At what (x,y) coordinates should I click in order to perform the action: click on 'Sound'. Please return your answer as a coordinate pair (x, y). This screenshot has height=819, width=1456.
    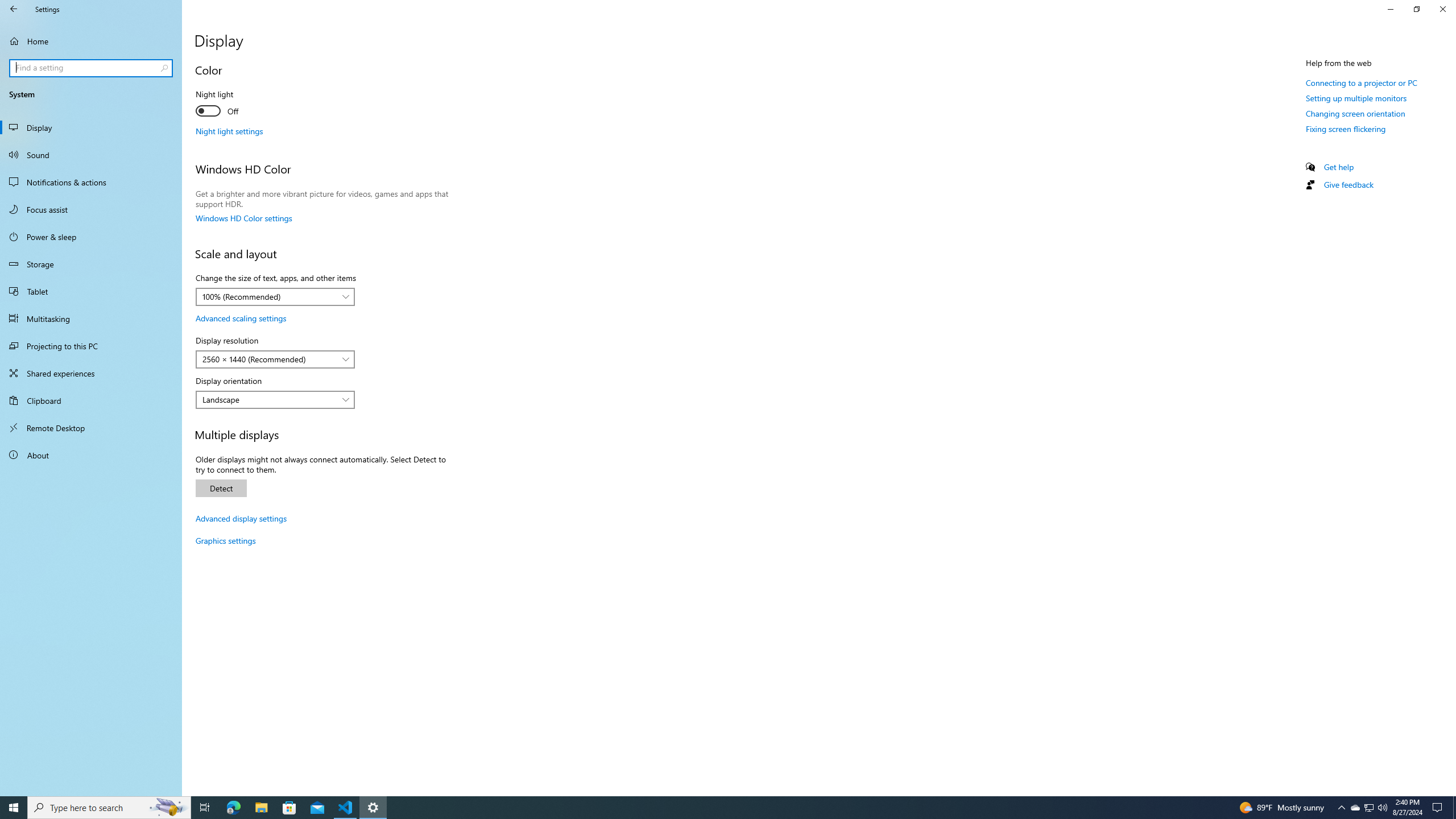
    Looking at the image, I should click on (90, 154).